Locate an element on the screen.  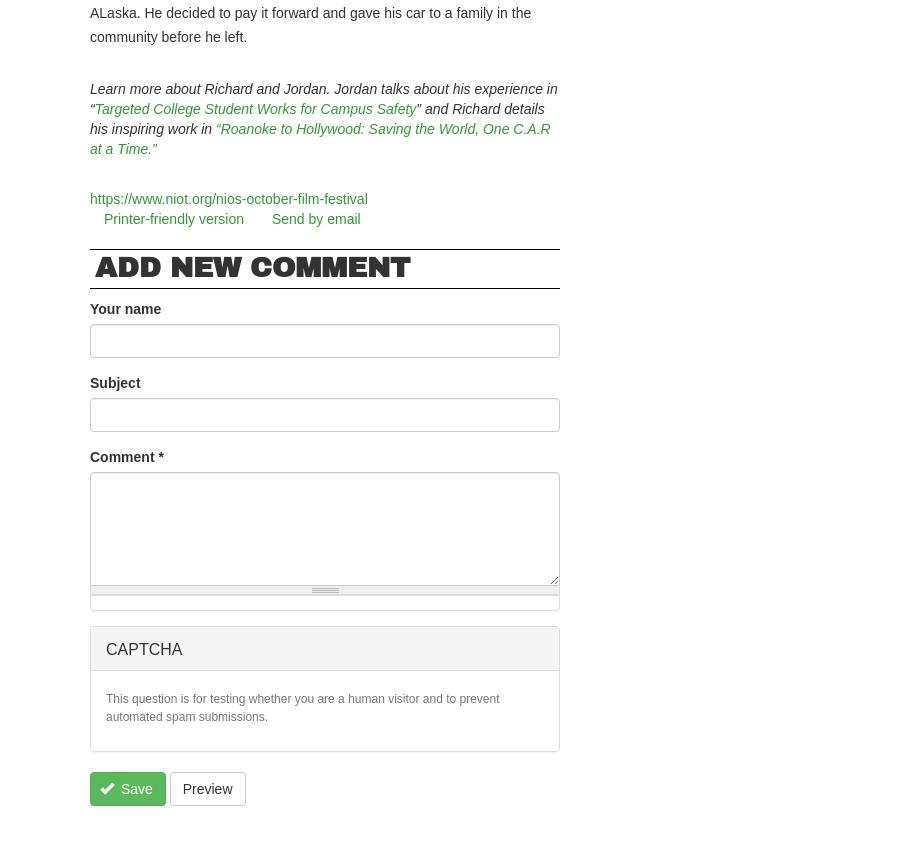
'Save' is located at coordinates (134, 788).